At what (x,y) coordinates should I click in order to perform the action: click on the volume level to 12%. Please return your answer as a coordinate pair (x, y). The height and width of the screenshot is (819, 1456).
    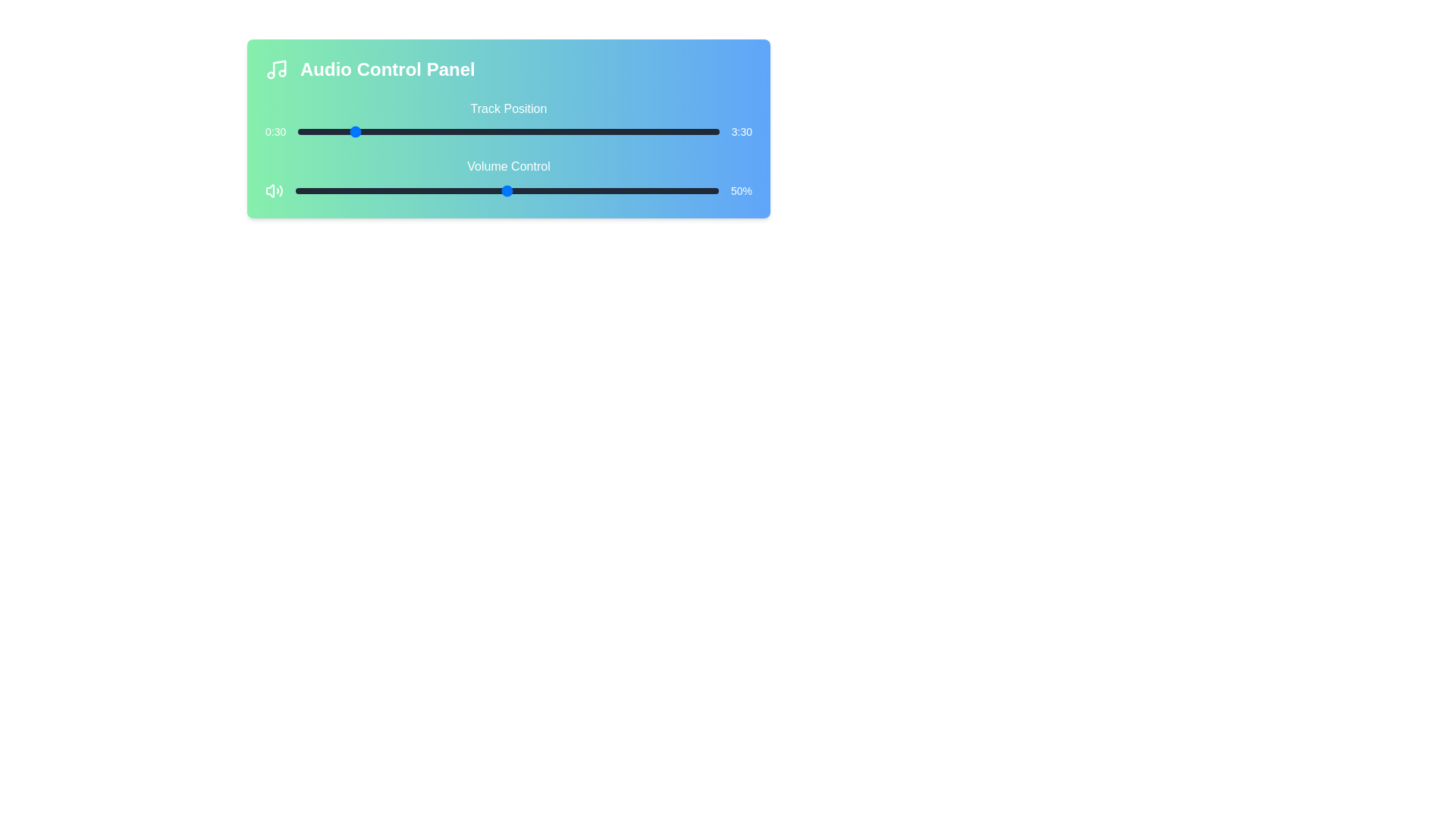
    Looking at the image, I should click on (345, 190).